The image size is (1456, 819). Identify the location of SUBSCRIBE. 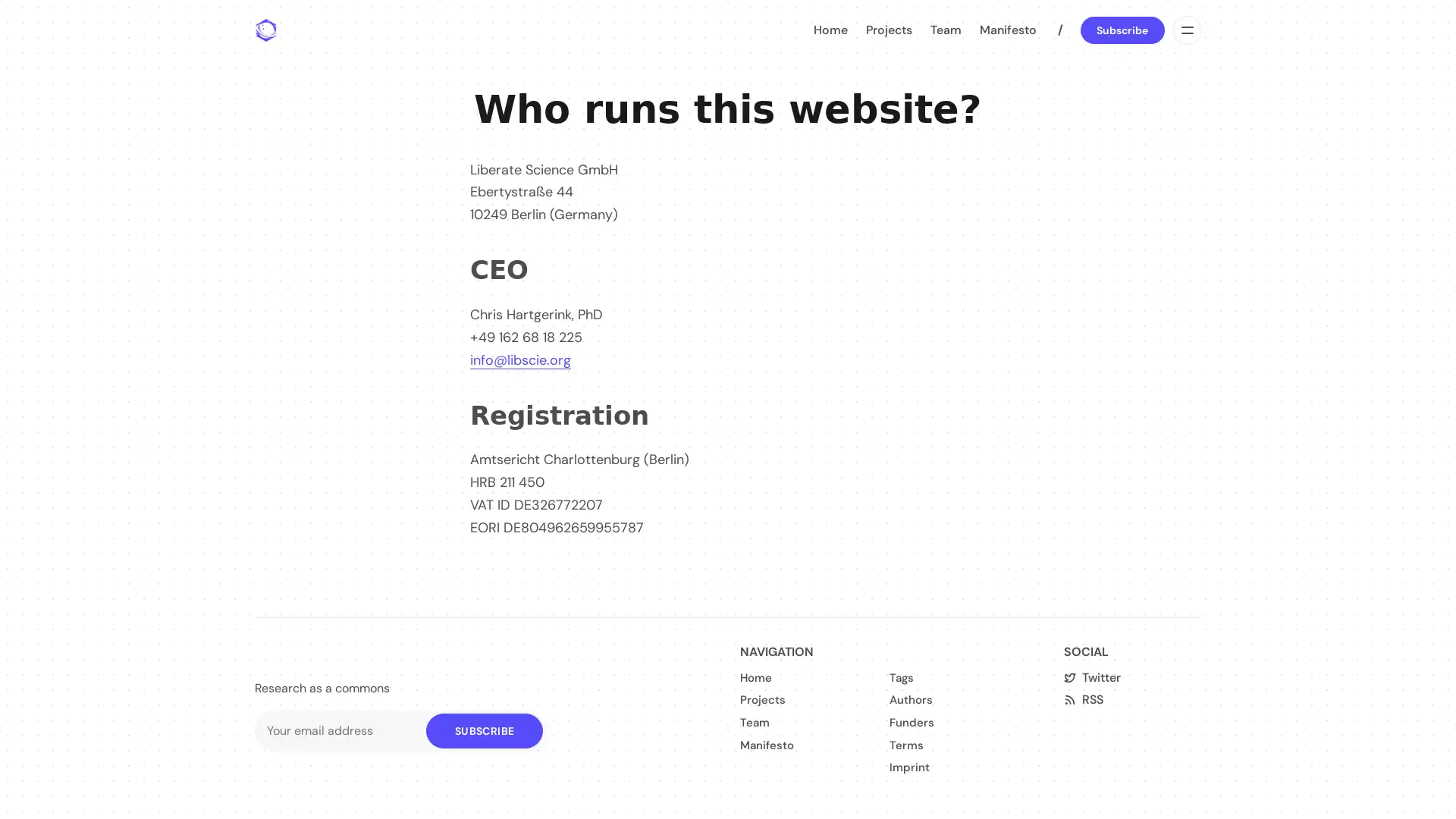
(483, 730).